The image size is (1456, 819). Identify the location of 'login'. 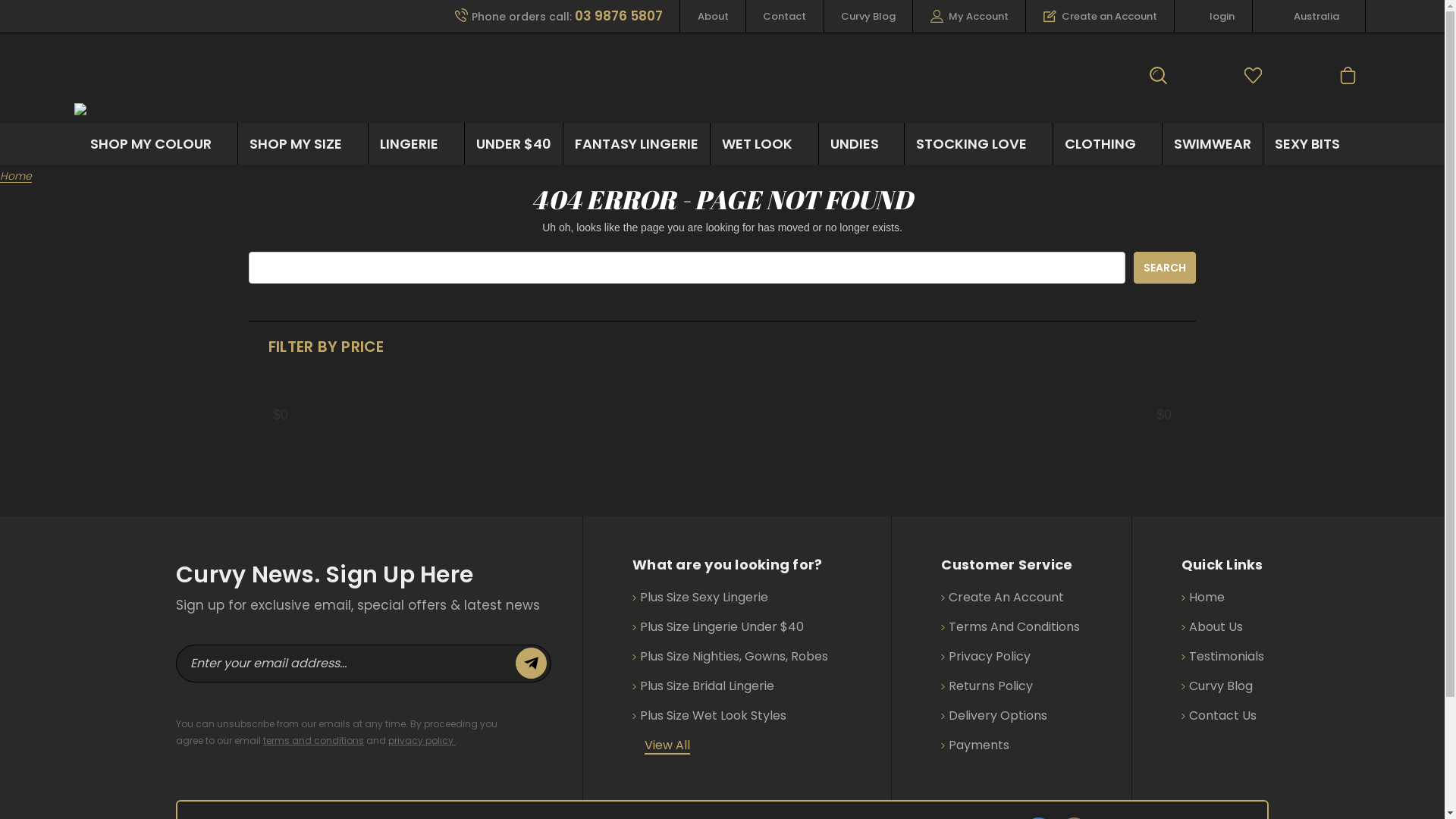
(1212, 16).